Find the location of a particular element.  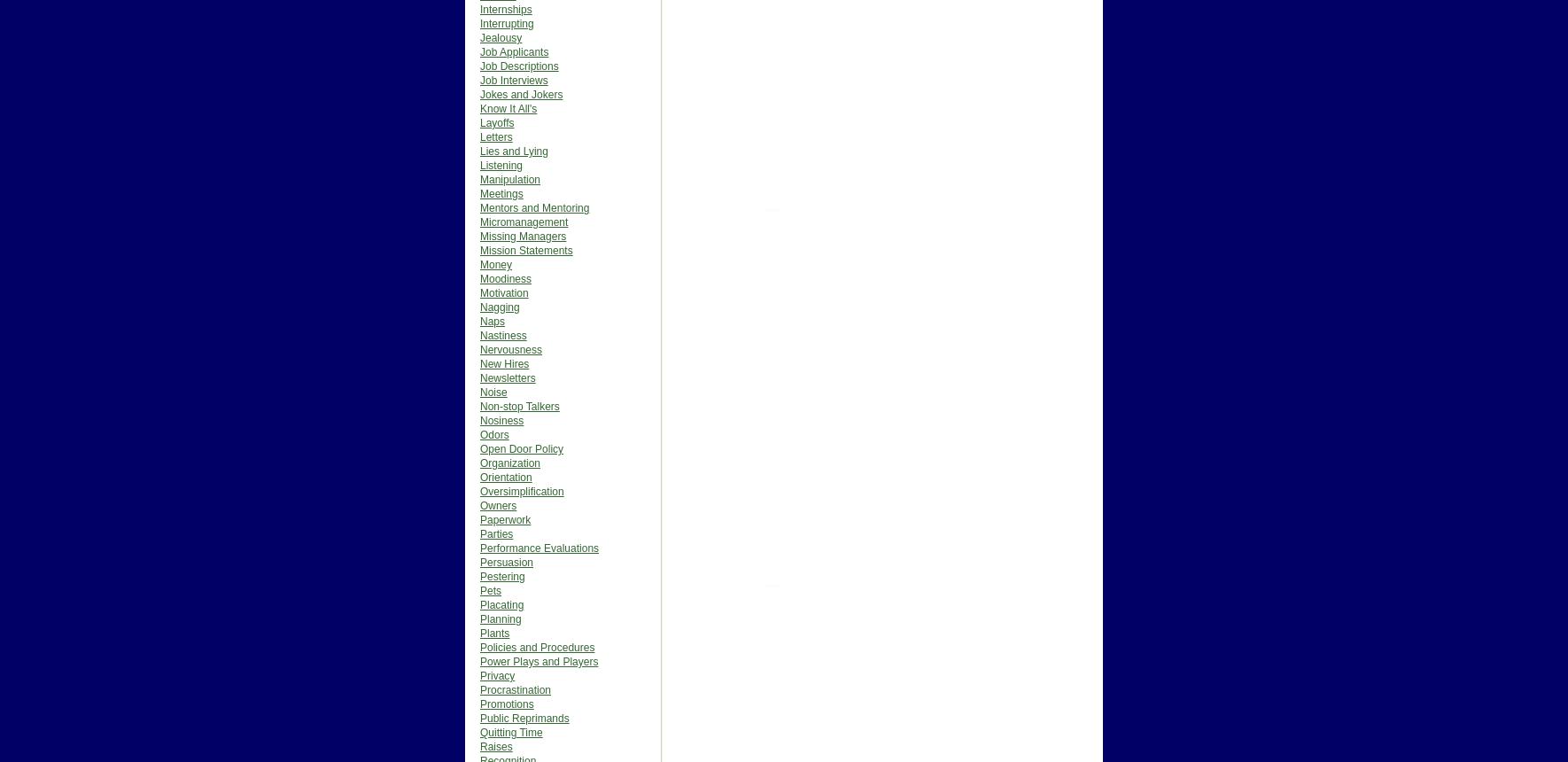

'Pets' is located at coordinates (491, 591).